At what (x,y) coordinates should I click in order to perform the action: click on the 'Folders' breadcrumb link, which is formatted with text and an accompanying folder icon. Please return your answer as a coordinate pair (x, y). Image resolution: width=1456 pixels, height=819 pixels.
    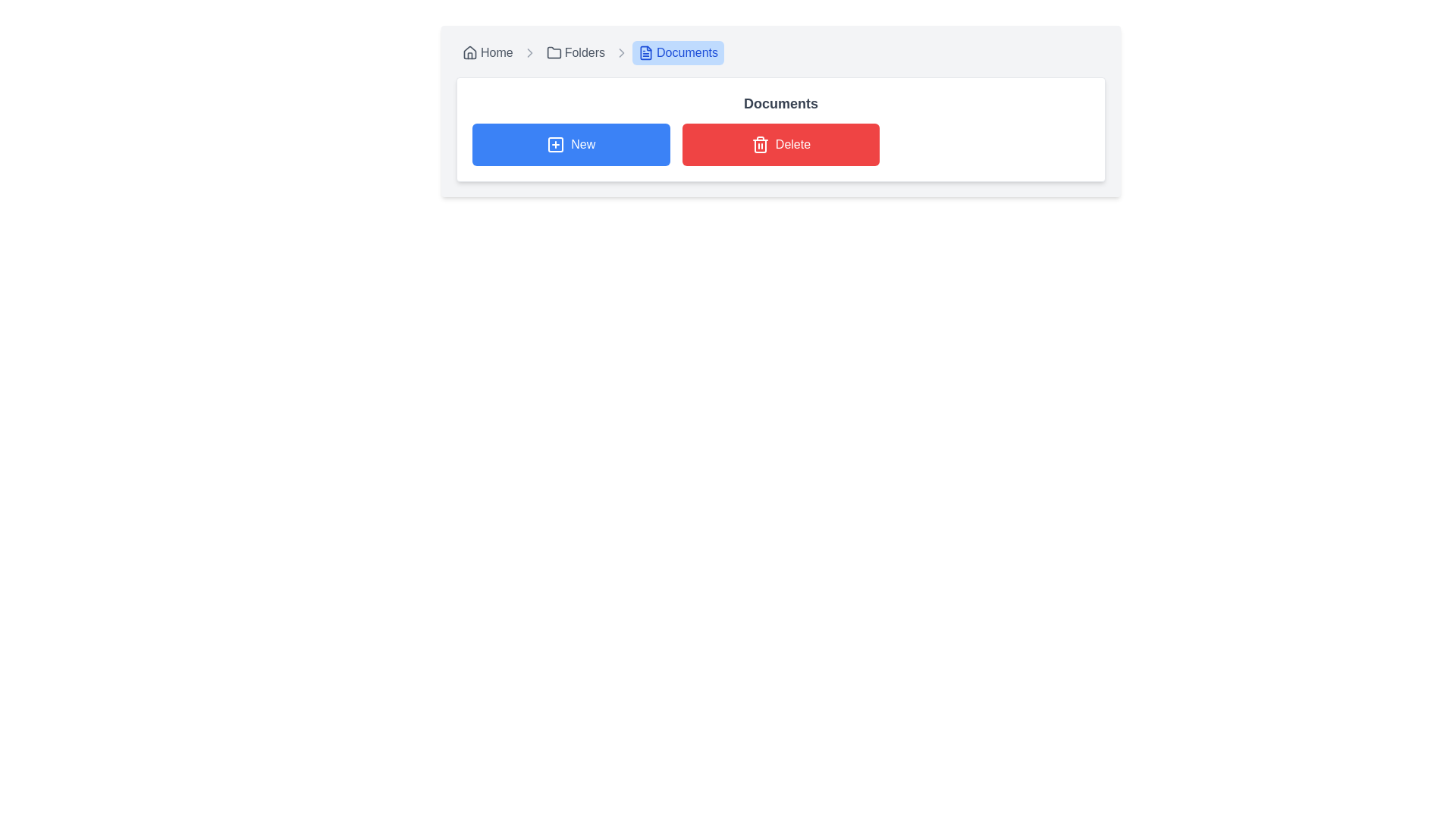
    Looking at the image, I should click on (585, 52).